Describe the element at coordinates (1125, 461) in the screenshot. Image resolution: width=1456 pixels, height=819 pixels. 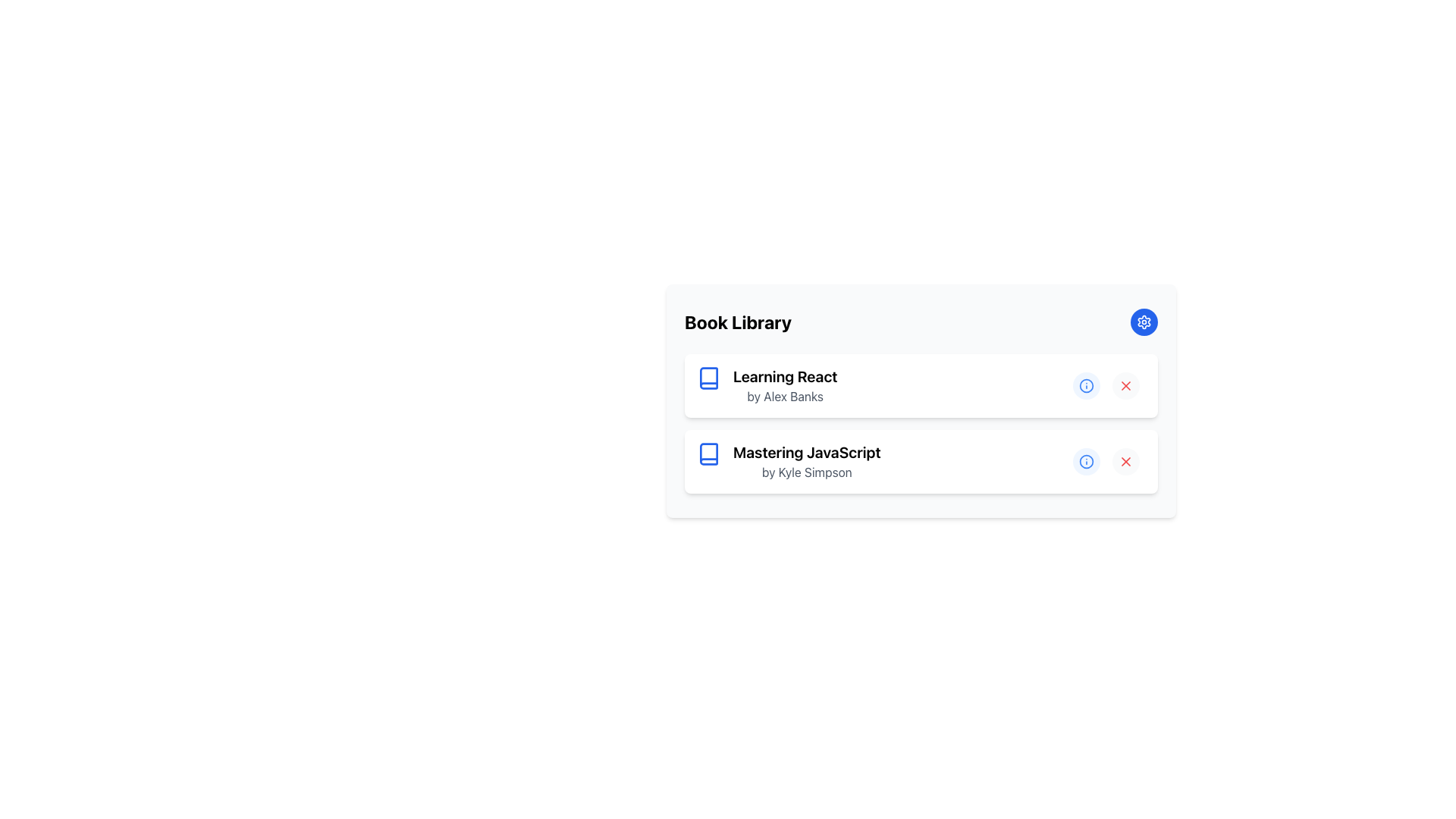
I see `the delete button located in the action section of the second book entry` at that location.